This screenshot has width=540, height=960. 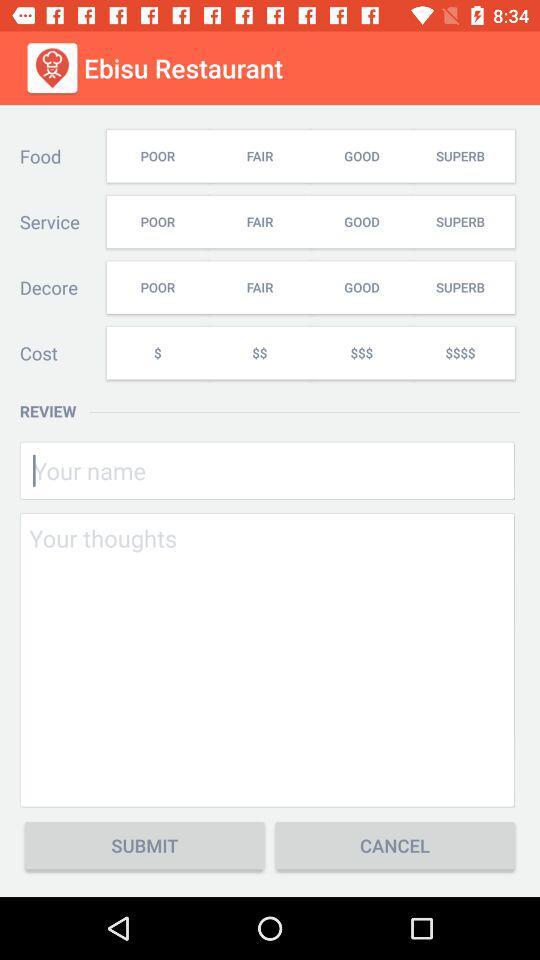 What do you see at coordinates (360, 353) in the screenshot?
I see `the $$$` at bounding box center [360, 353].